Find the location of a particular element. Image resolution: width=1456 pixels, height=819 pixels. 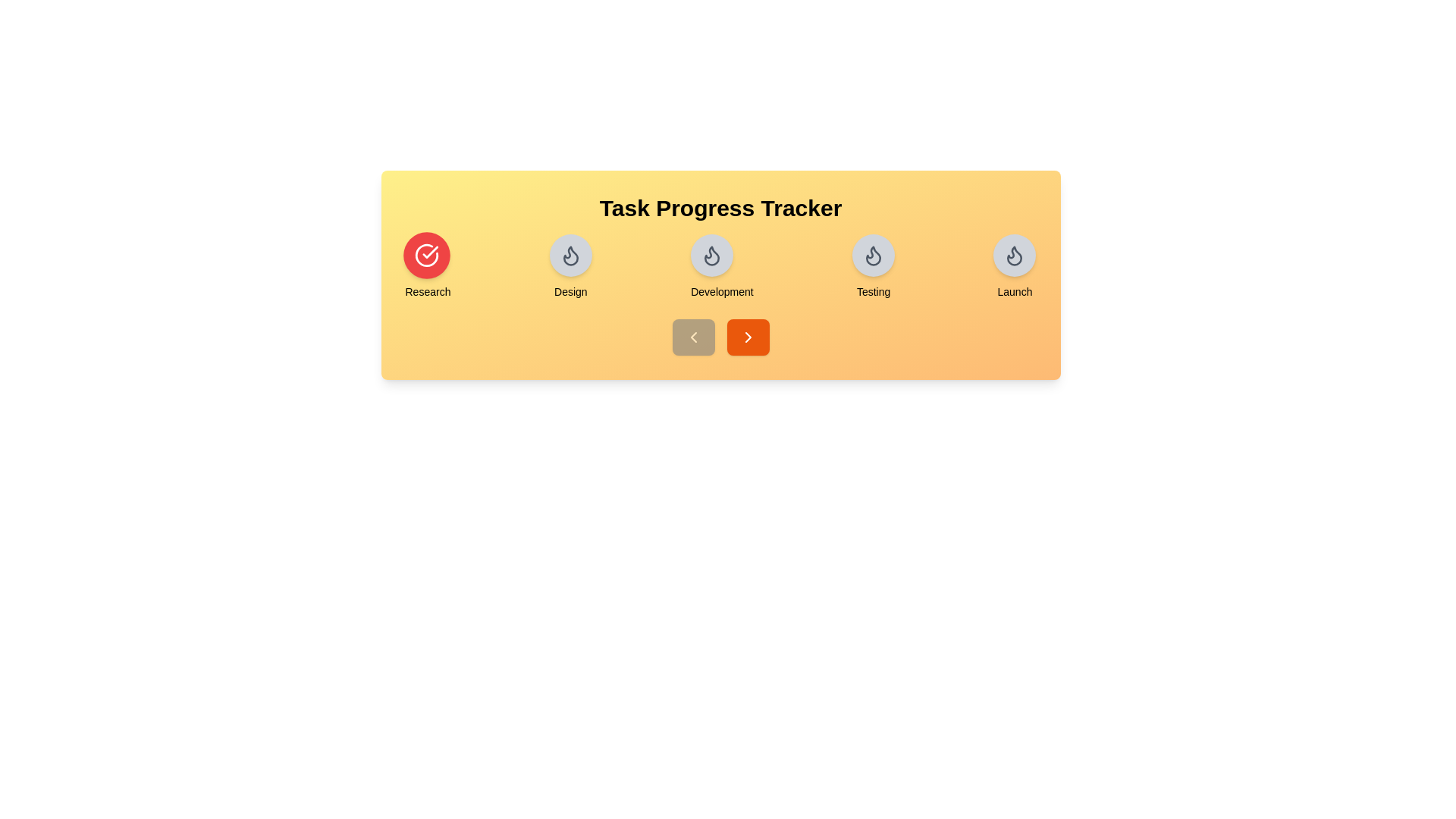

the static text indicating the 'Testing' stage of the tracker, located below the flame-shaped icon in the task progress tracker is located at coordinates (874, 292).